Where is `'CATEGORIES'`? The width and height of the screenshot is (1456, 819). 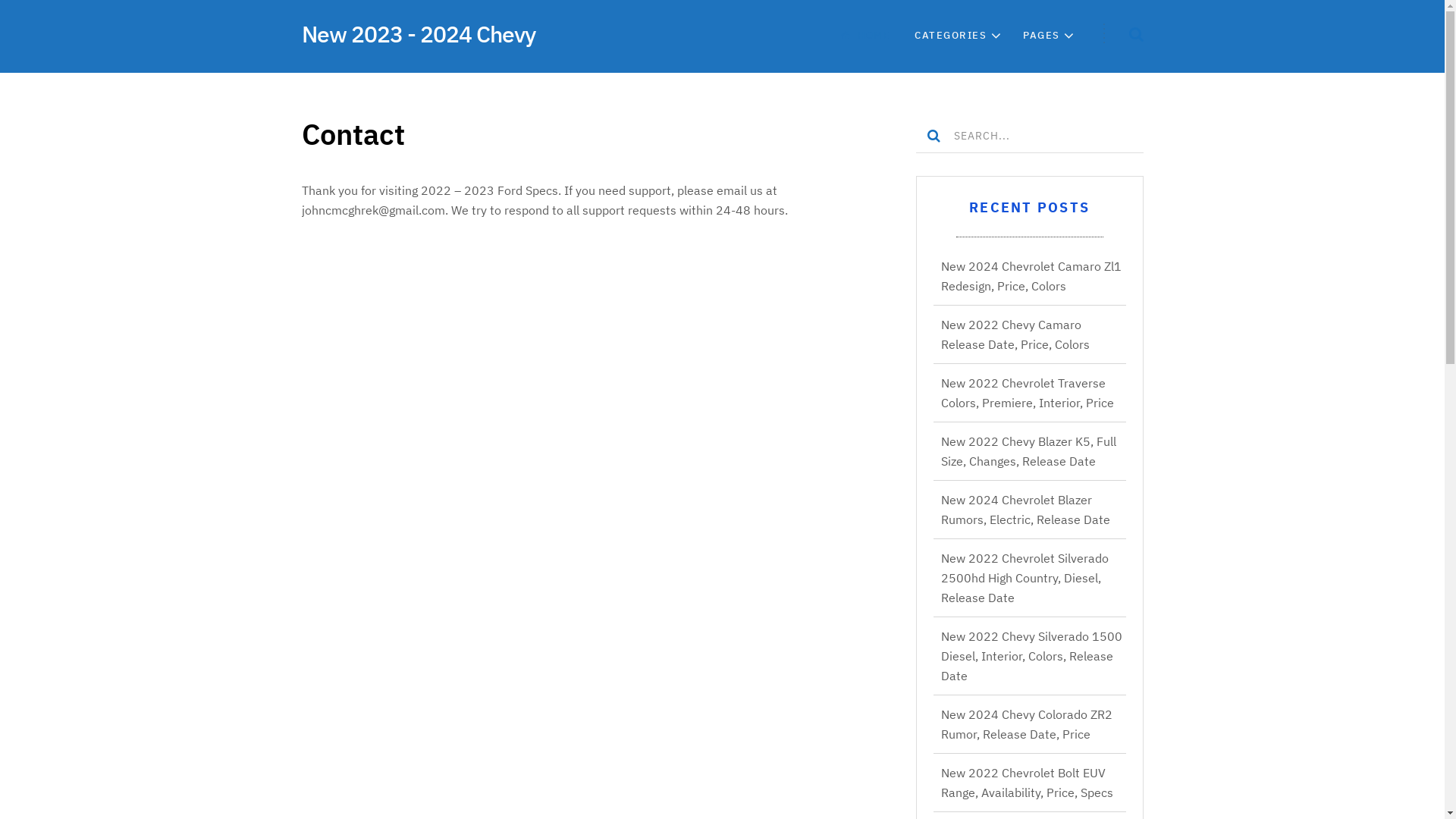 'CATEGORIES' is located at coordinates (949, 34).